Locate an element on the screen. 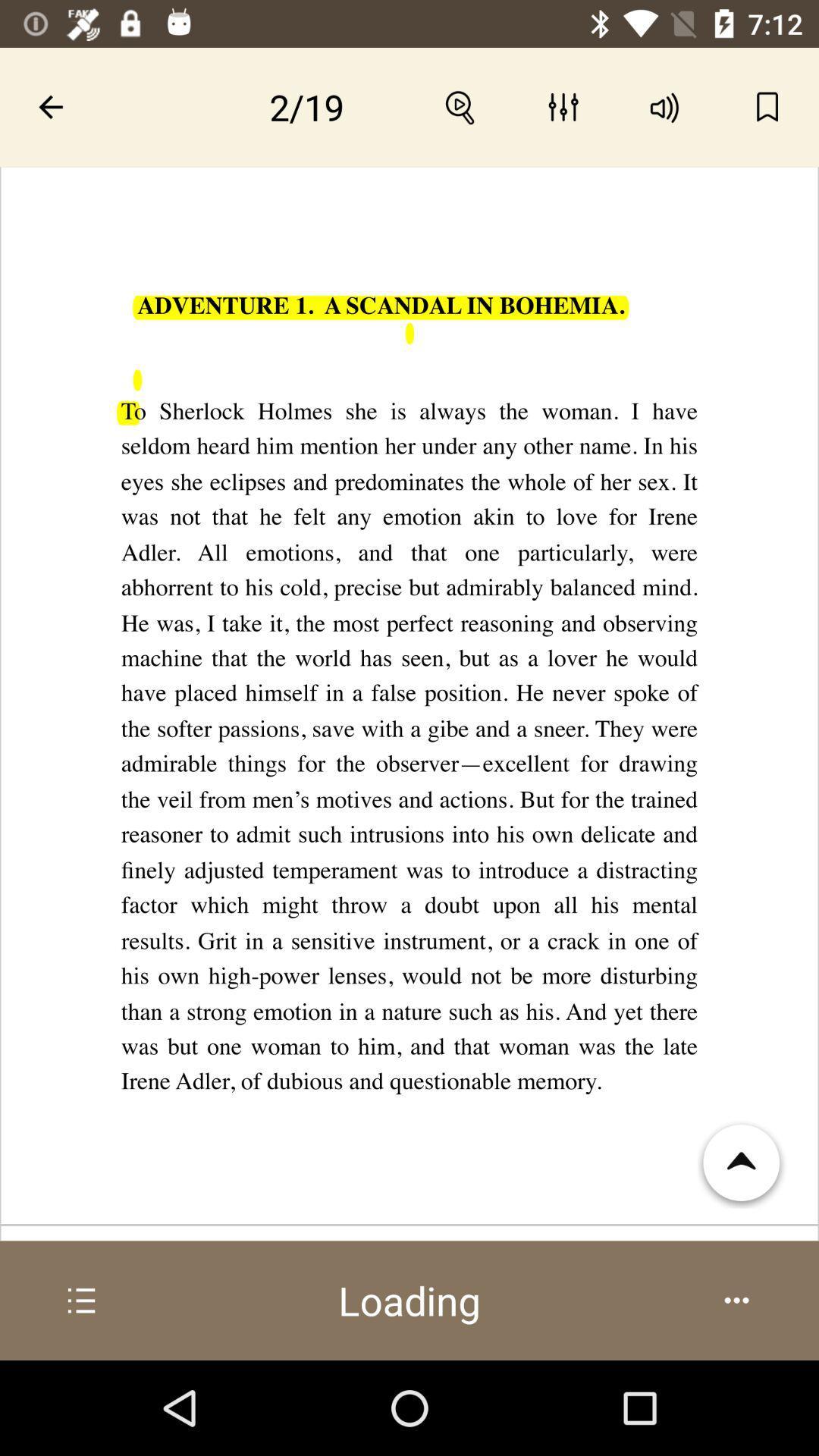  previous is located at coordinates (50, 106).